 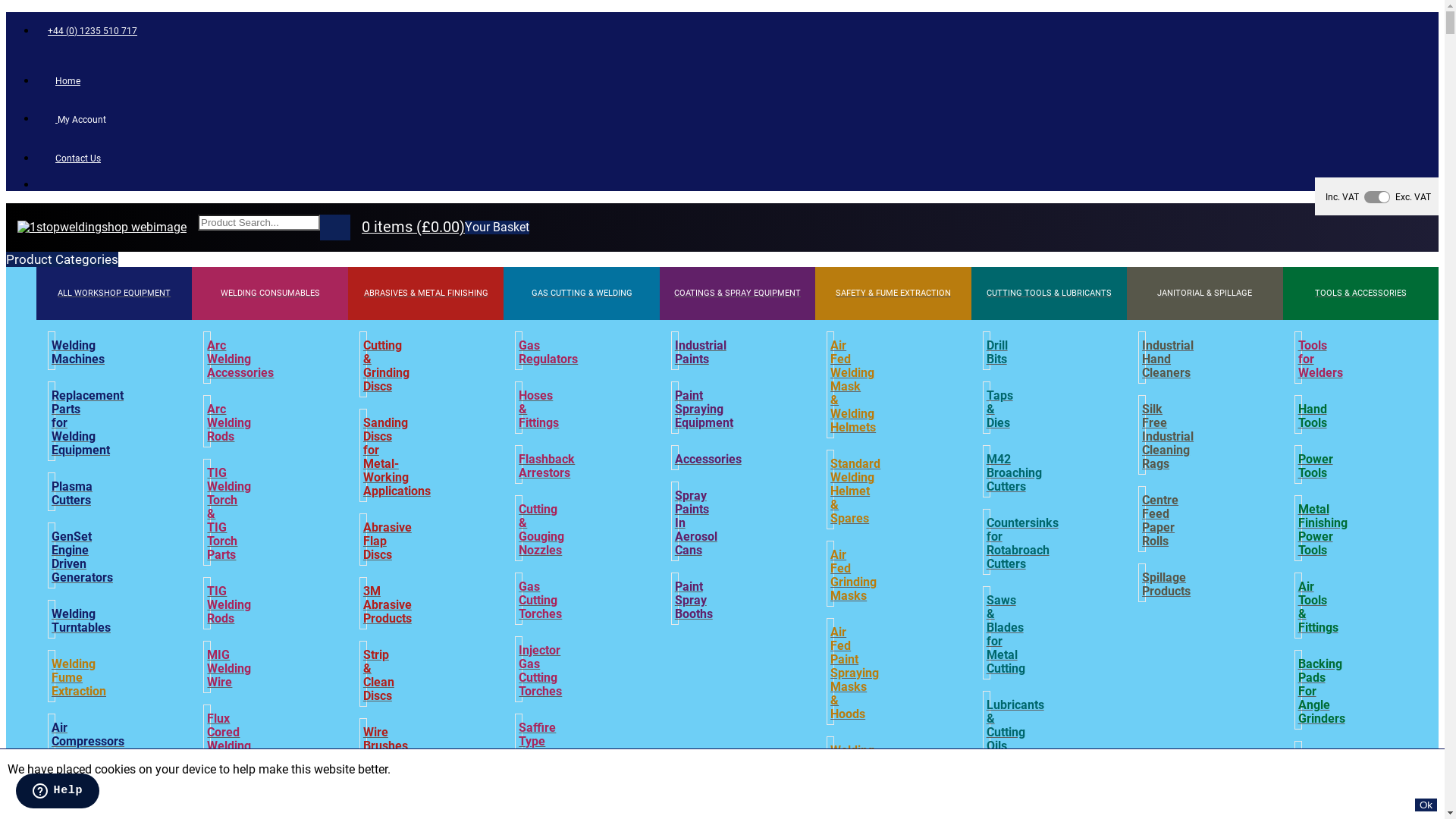 I want to click on 'Taps & Dies', so click(x=999, y=409).